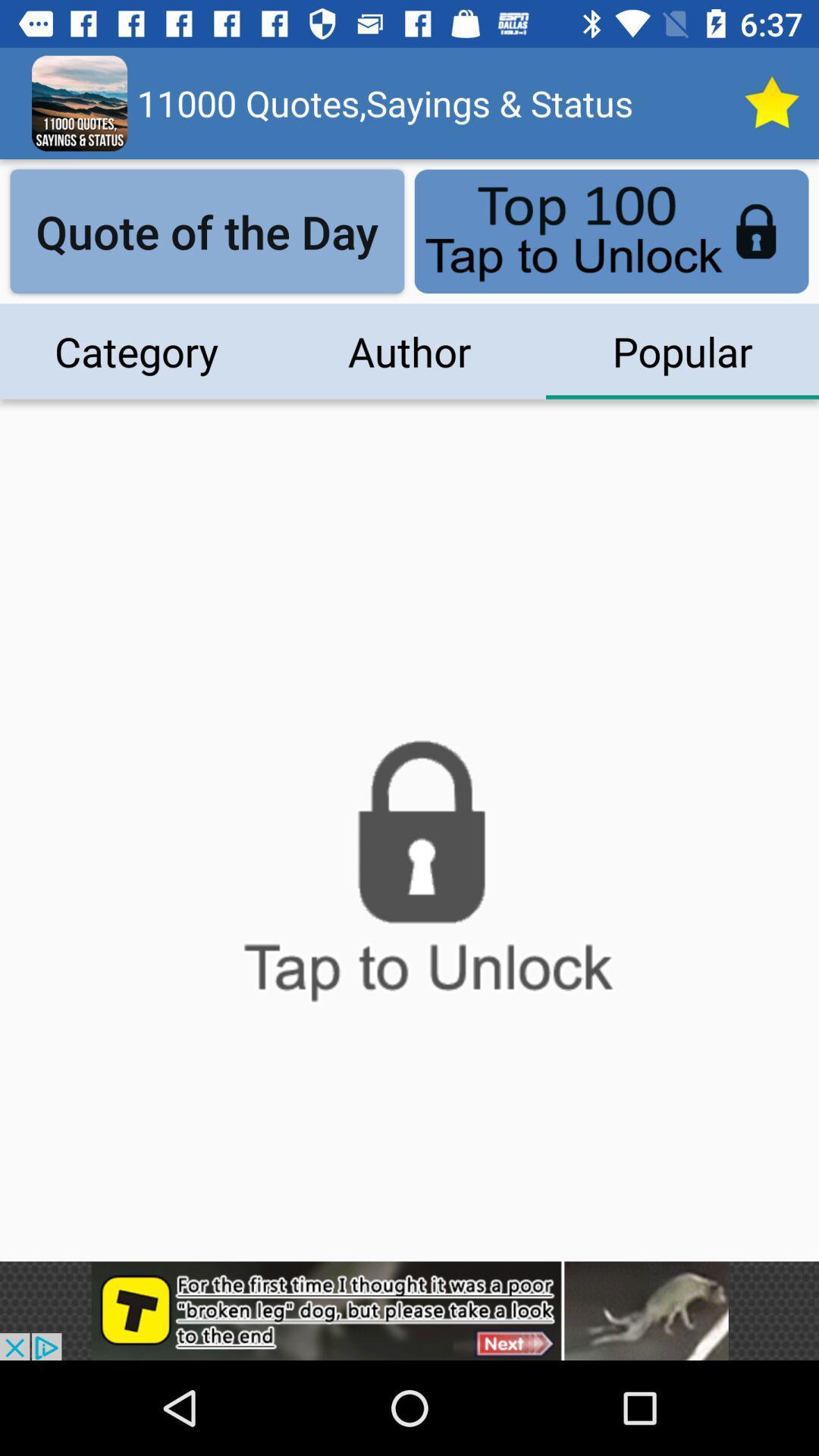  I want to click on selected element, so click(771, 102).